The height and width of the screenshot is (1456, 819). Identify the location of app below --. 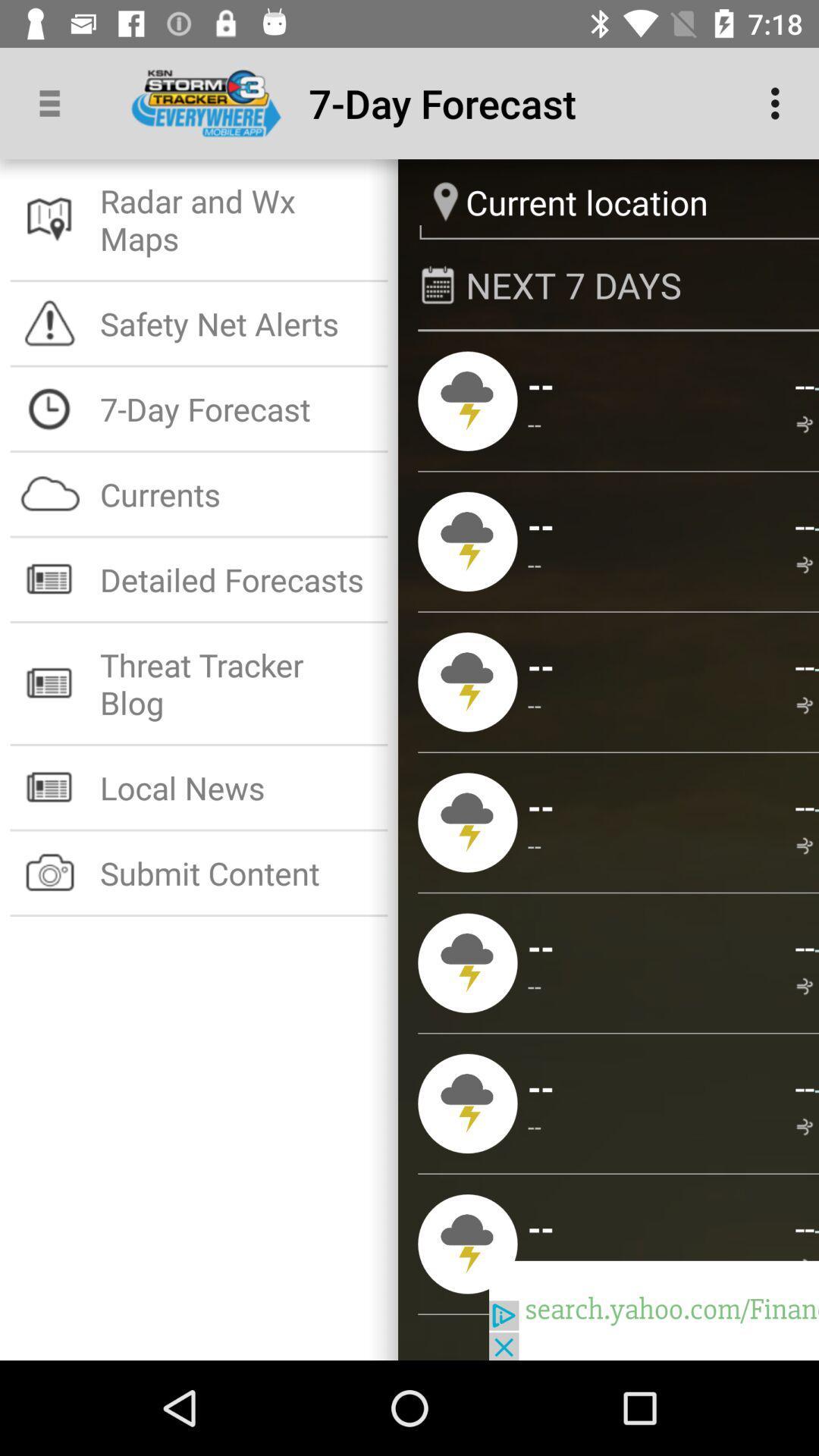
(804, 946).